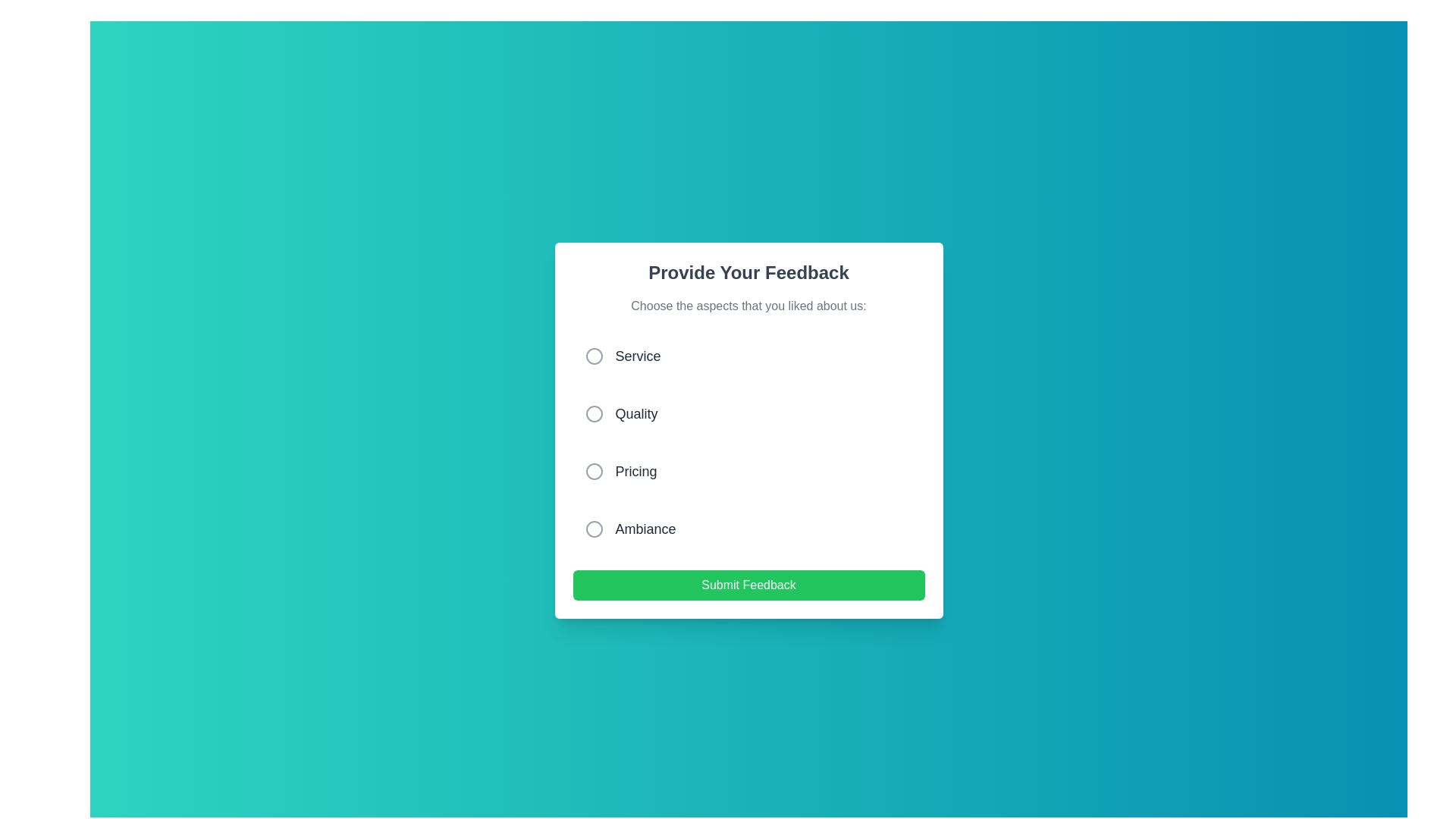 This screenshot has width=1456, height=819. Describe the element at coordinates (748, 414) in the screenshot. I see `the row corresponding to the aspect Quality` at that location.